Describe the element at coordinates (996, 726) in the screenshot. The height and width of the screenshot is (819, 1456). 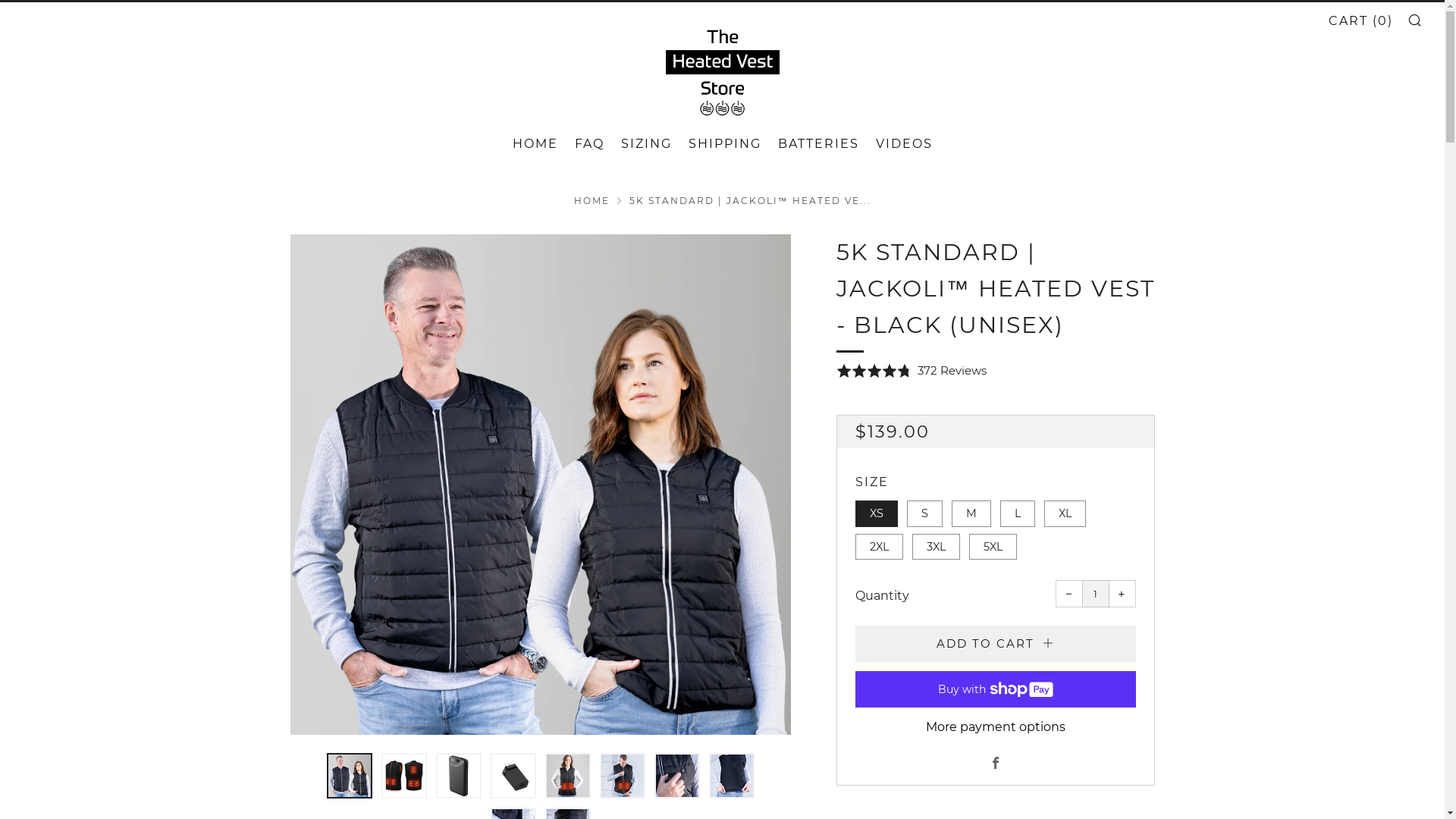
I see `'More payment options'` at that location.